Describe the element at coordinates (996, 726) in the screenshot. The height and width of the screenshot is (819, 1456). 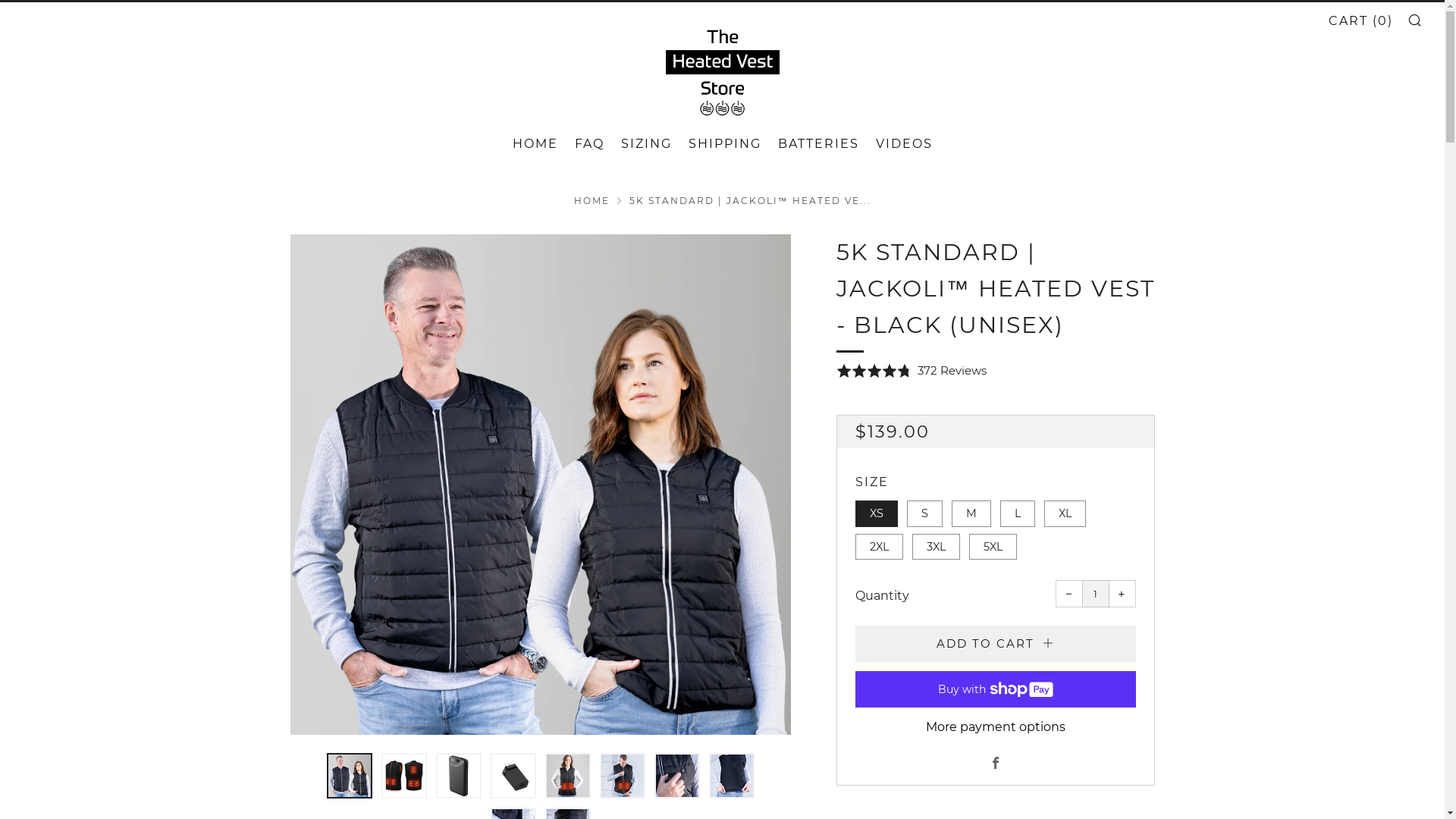
I see `'More payment options'` at that location.